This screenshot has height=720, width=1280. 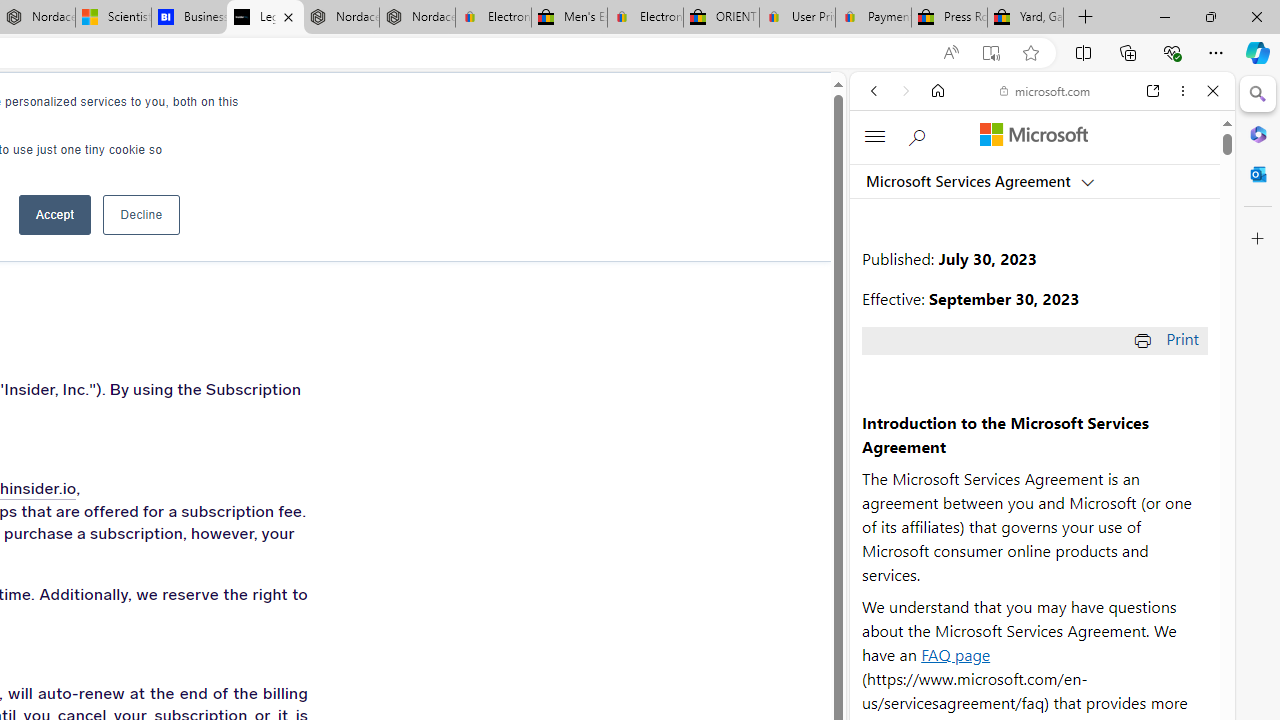 What do you see at coordinates (140, 214) in the screenshot?
I see `'Decline'` at bounding box center [140, 214].